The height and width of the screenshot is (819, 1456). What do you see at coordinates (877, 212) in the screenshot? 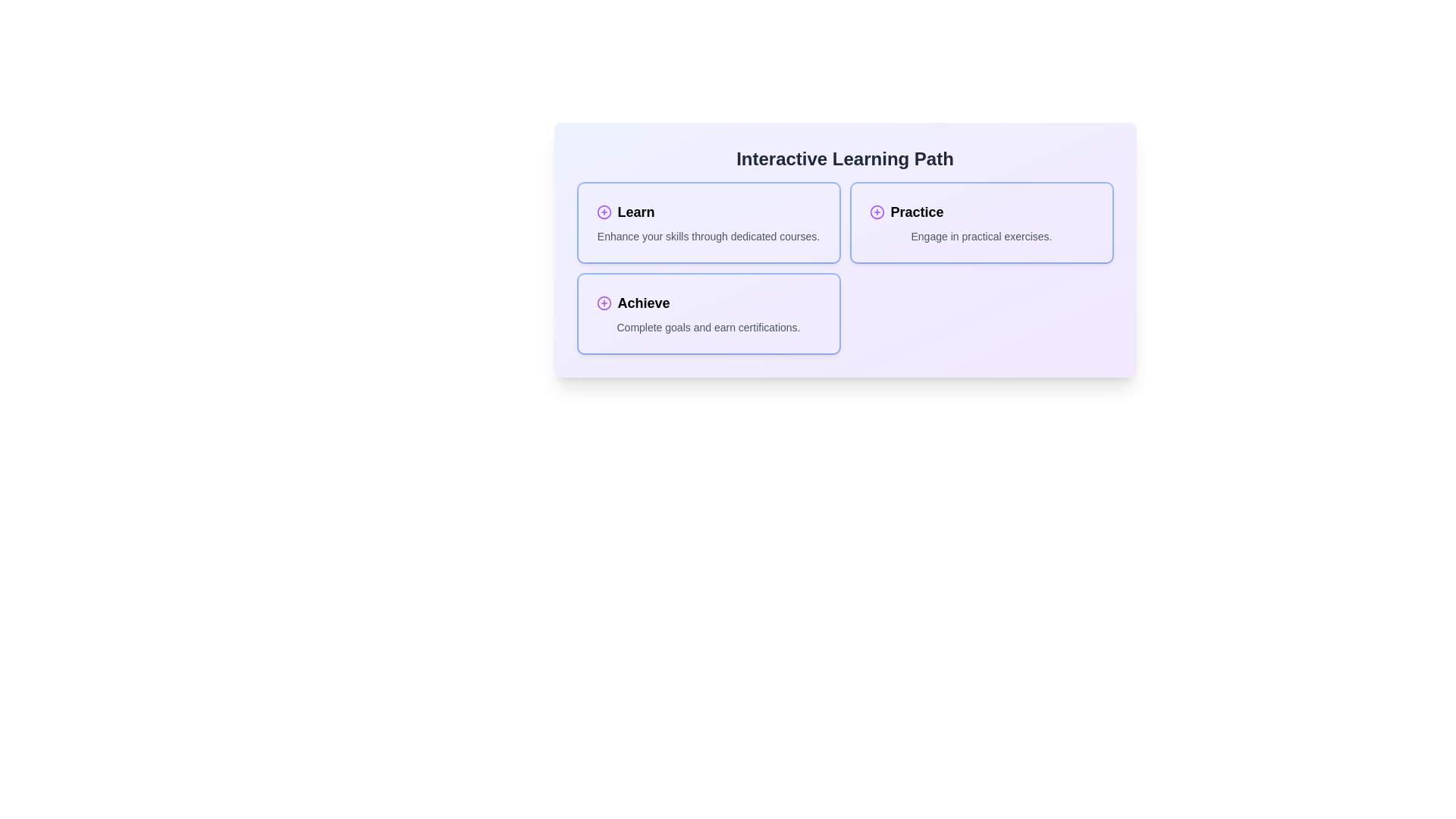
I see `the circle with a purple outline representing the '+' symbol inside it, located in the 'Practice' section card in the upper right quadrant of the user interface` at bounding box center [877, 212].